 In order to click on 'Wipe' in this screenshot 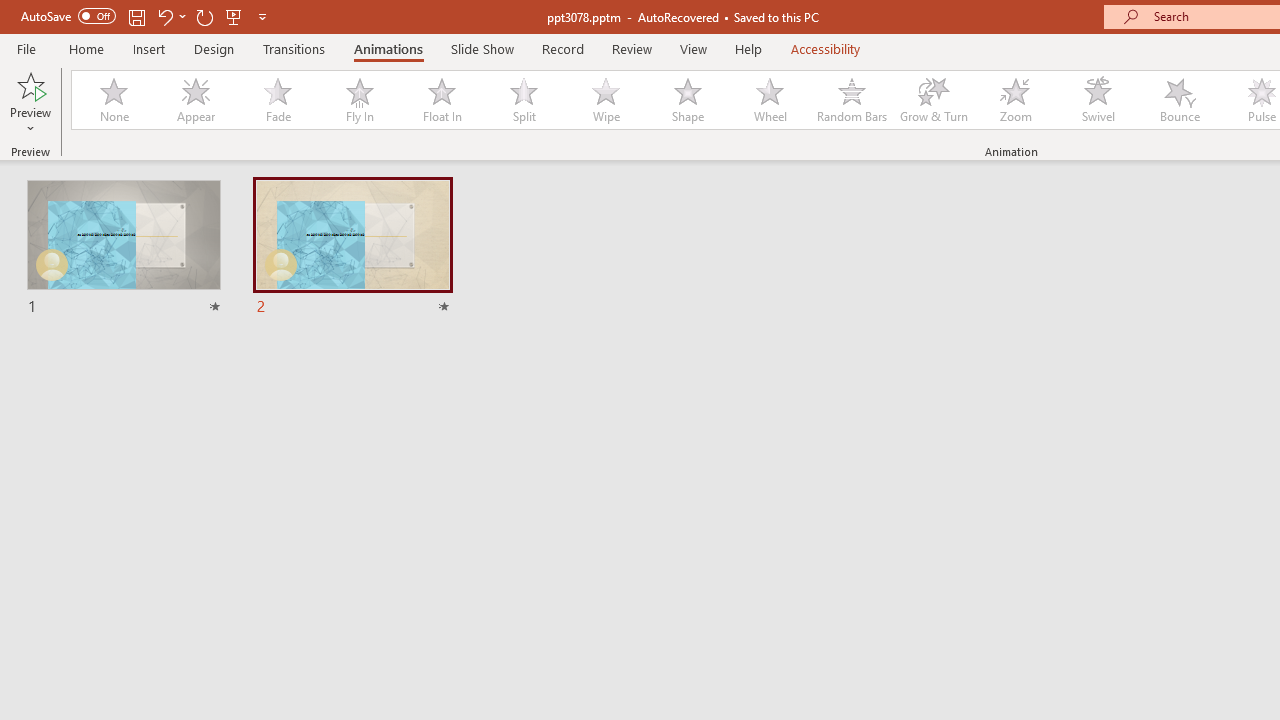, I will do `click(604, 100)`.